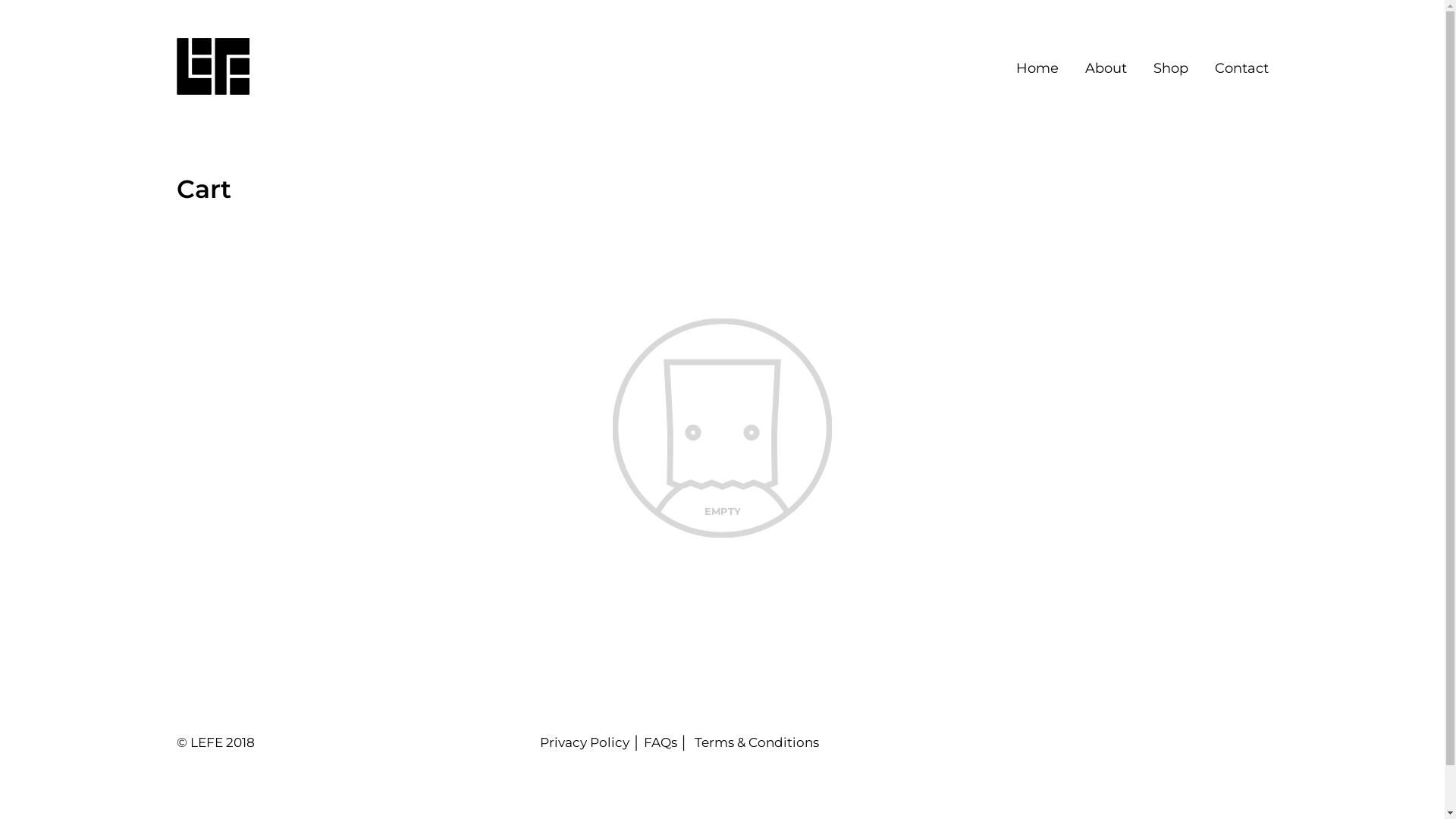 Image resolution: width=1456 pixels, height=819 pixels. I want to click on 'Home', so click(1037, 67).